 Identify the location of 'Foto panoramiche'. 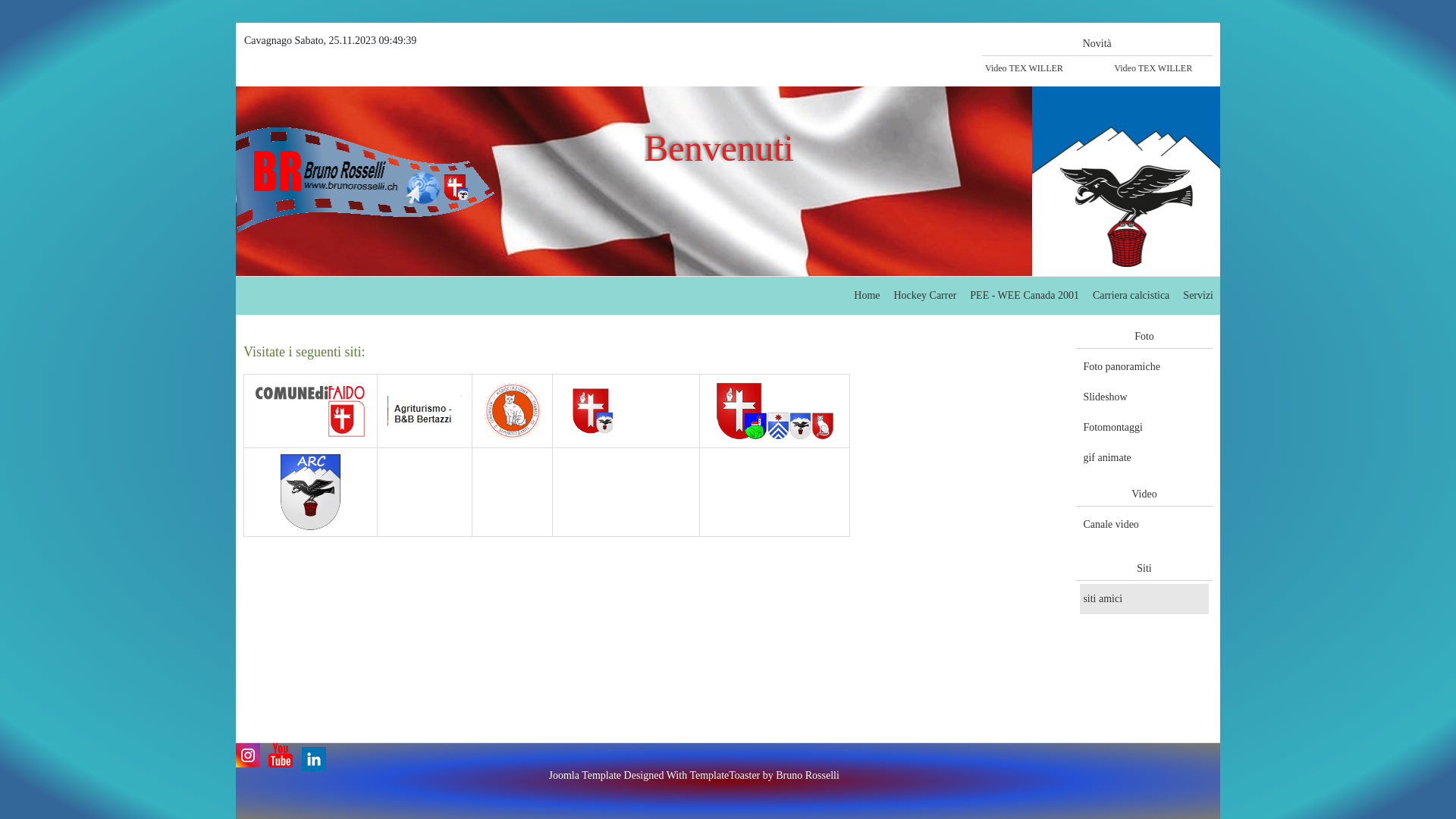
(1144, 366).